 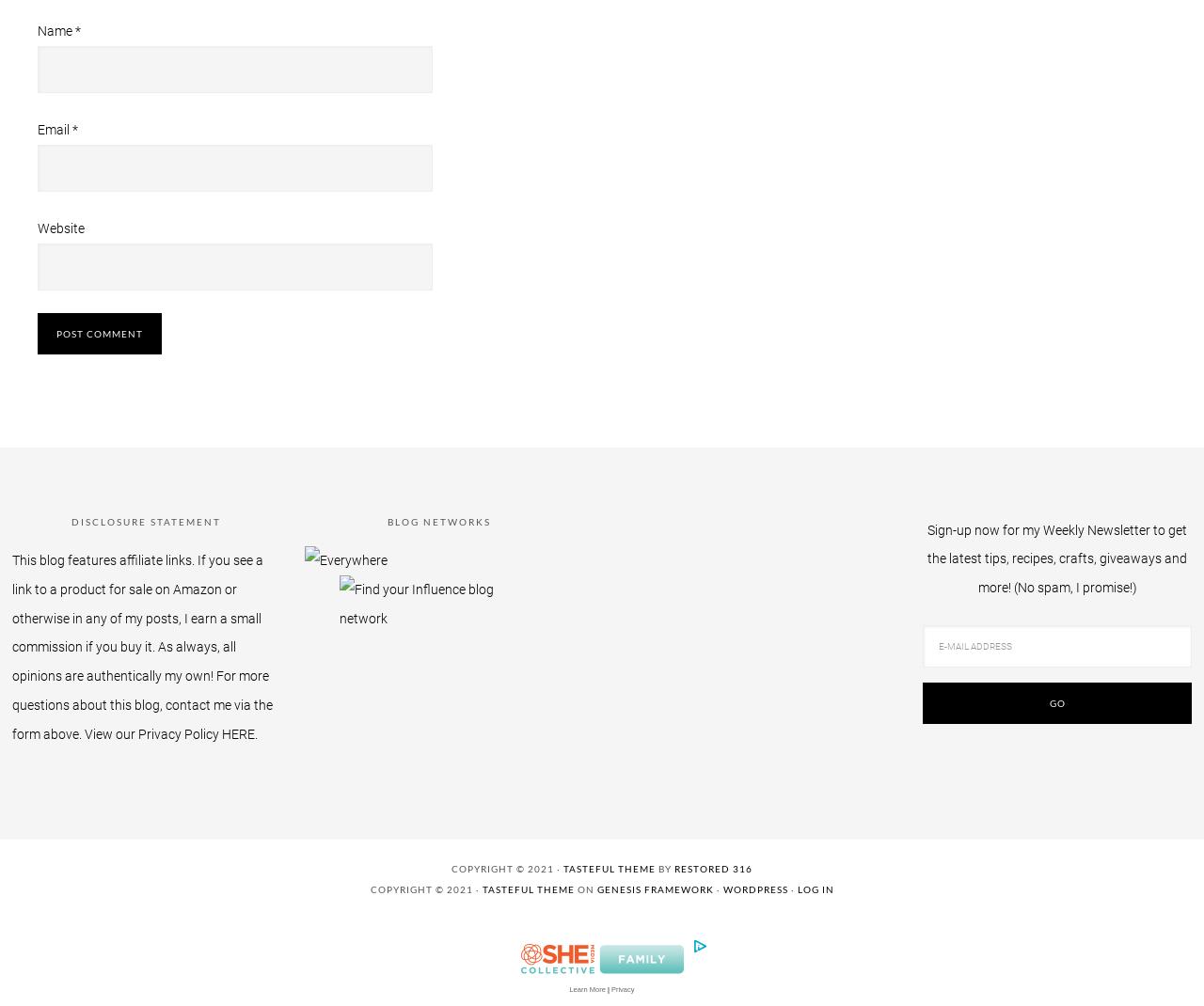 What do you see at coordinates (664, 868) in the screenshot?
I see `'by'` at bounding box center [664, 868].